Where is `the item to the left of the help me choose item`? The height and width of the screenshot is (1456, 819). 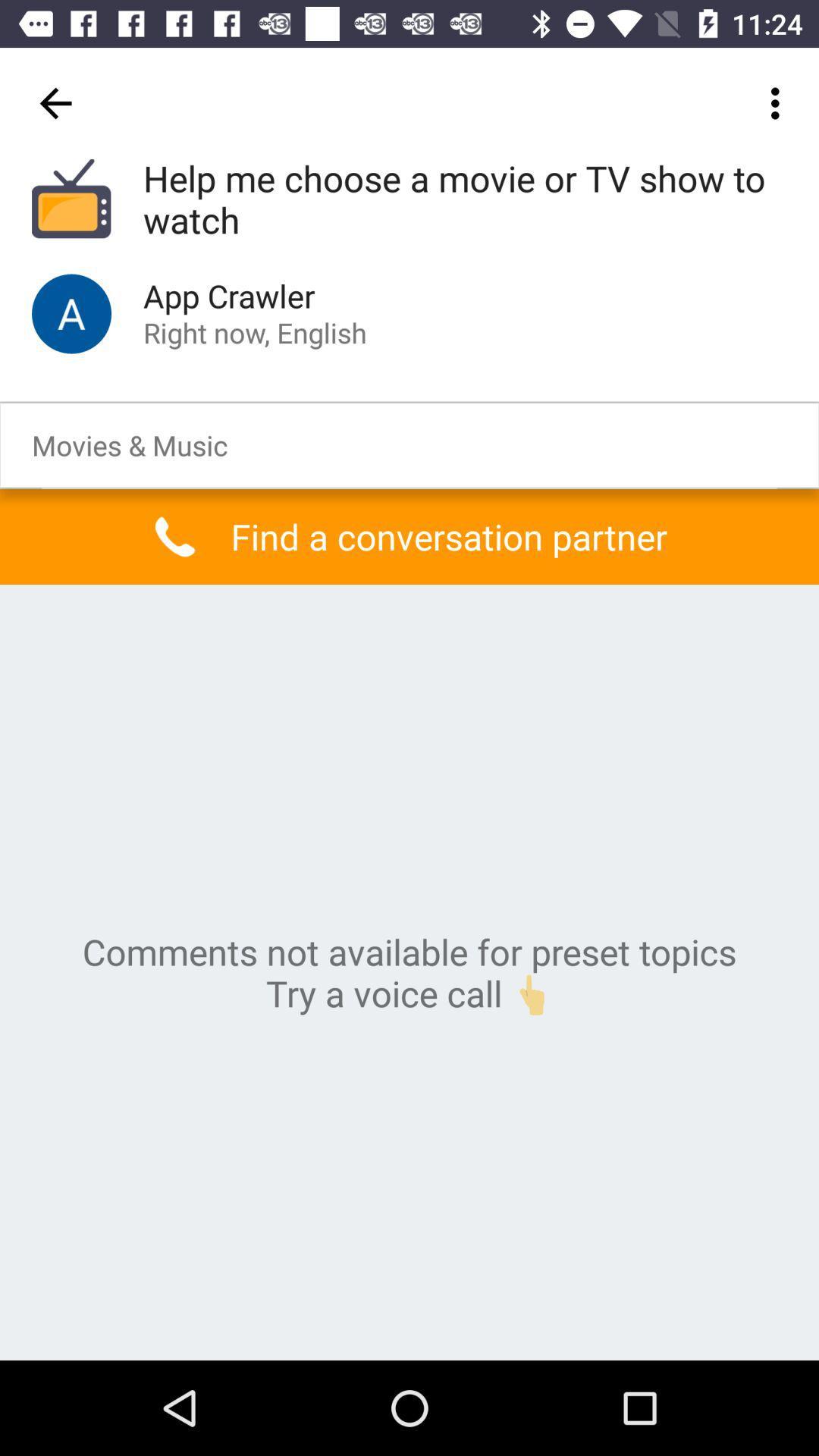 the item to the left of the help me choose item is located at coordinates (55, 102).